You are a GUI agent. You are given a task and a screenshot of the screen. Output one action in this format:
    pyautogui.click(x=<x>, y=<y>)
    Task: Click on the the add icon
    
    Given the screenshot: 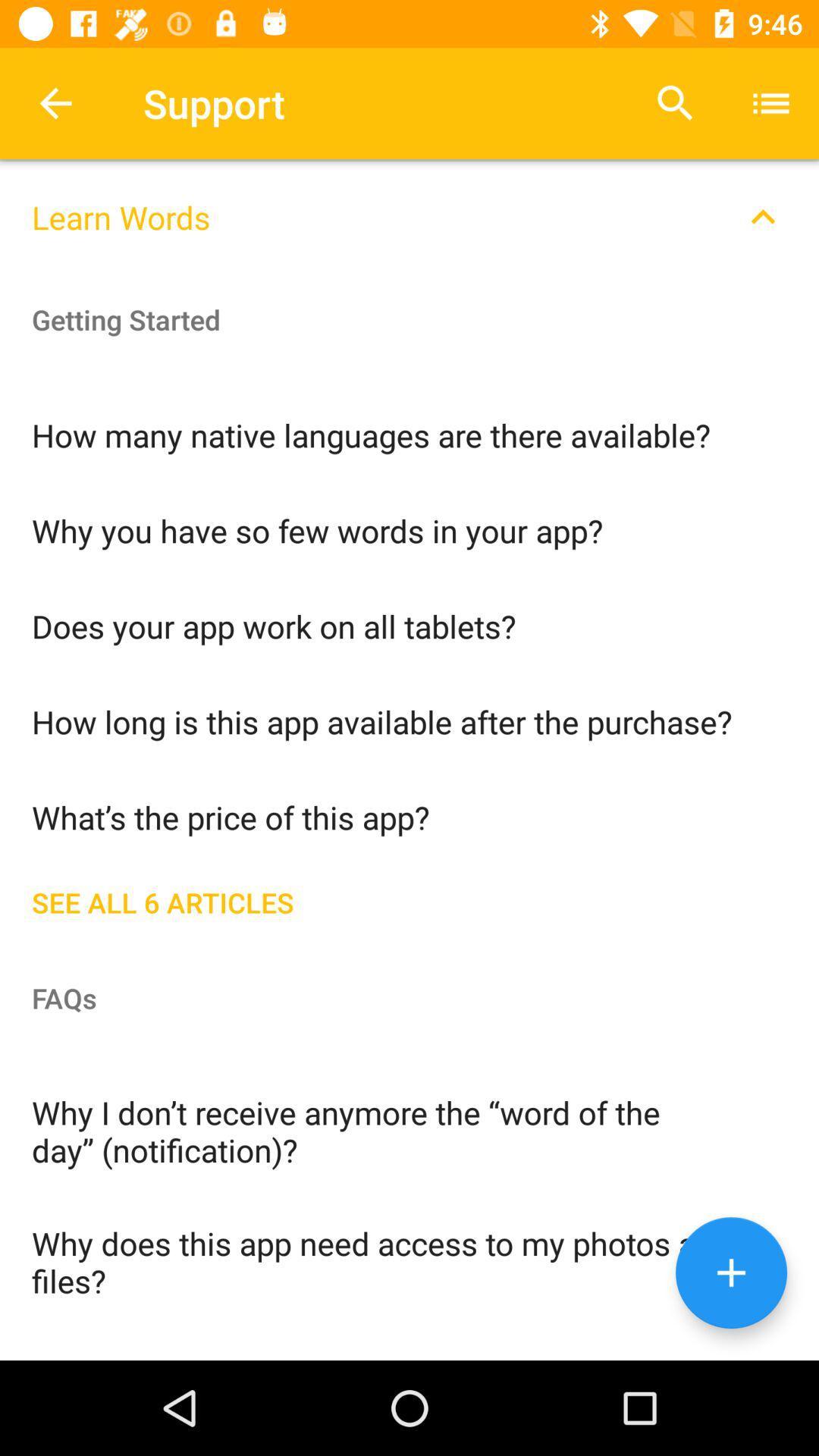 What is the action you would take?
    pyautogui.click(x=730, y=1272)
    